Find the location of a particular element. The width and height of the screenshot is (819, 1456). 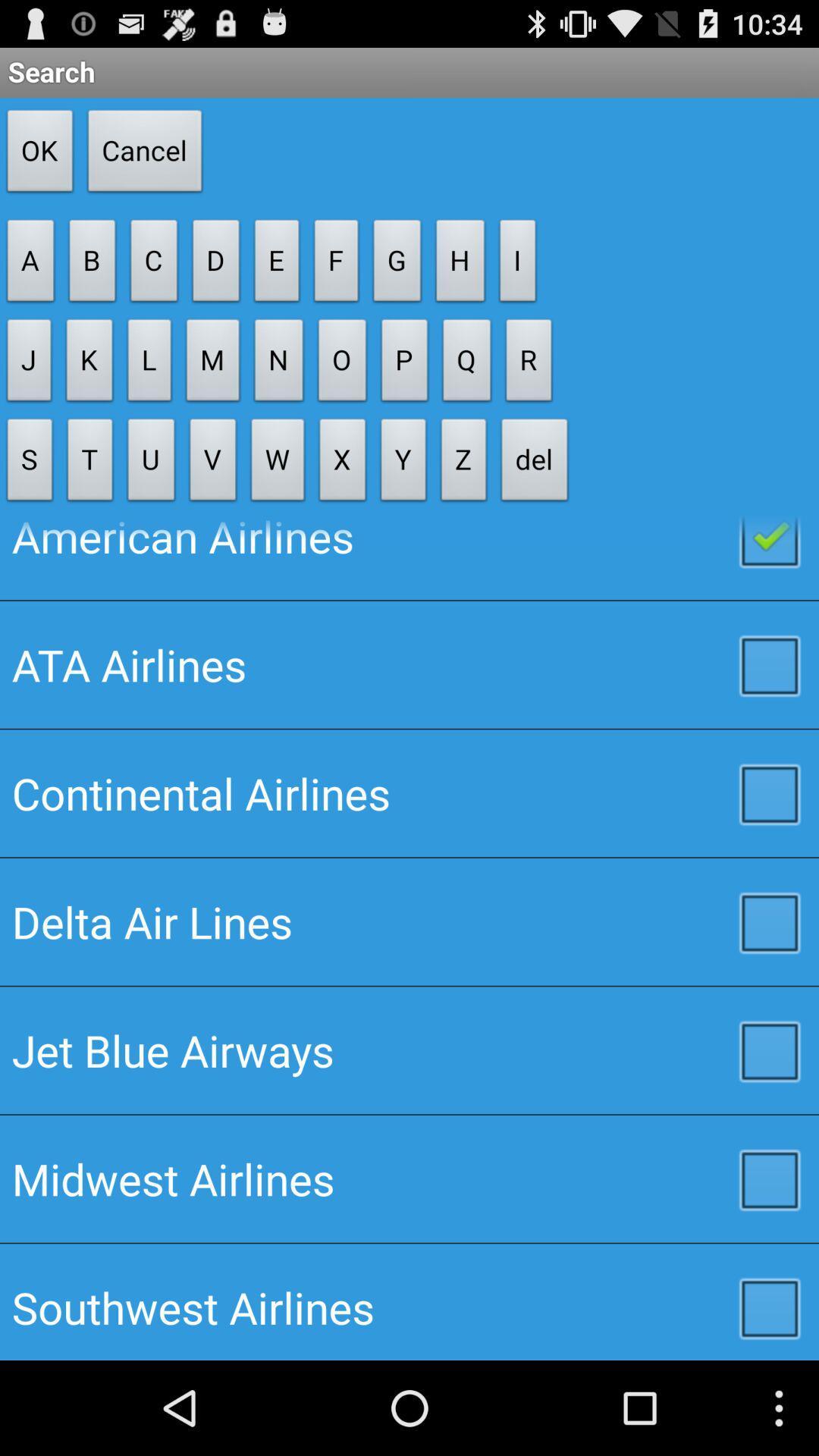

item above continental airlines checkbox is located at coordinates (409, 664).